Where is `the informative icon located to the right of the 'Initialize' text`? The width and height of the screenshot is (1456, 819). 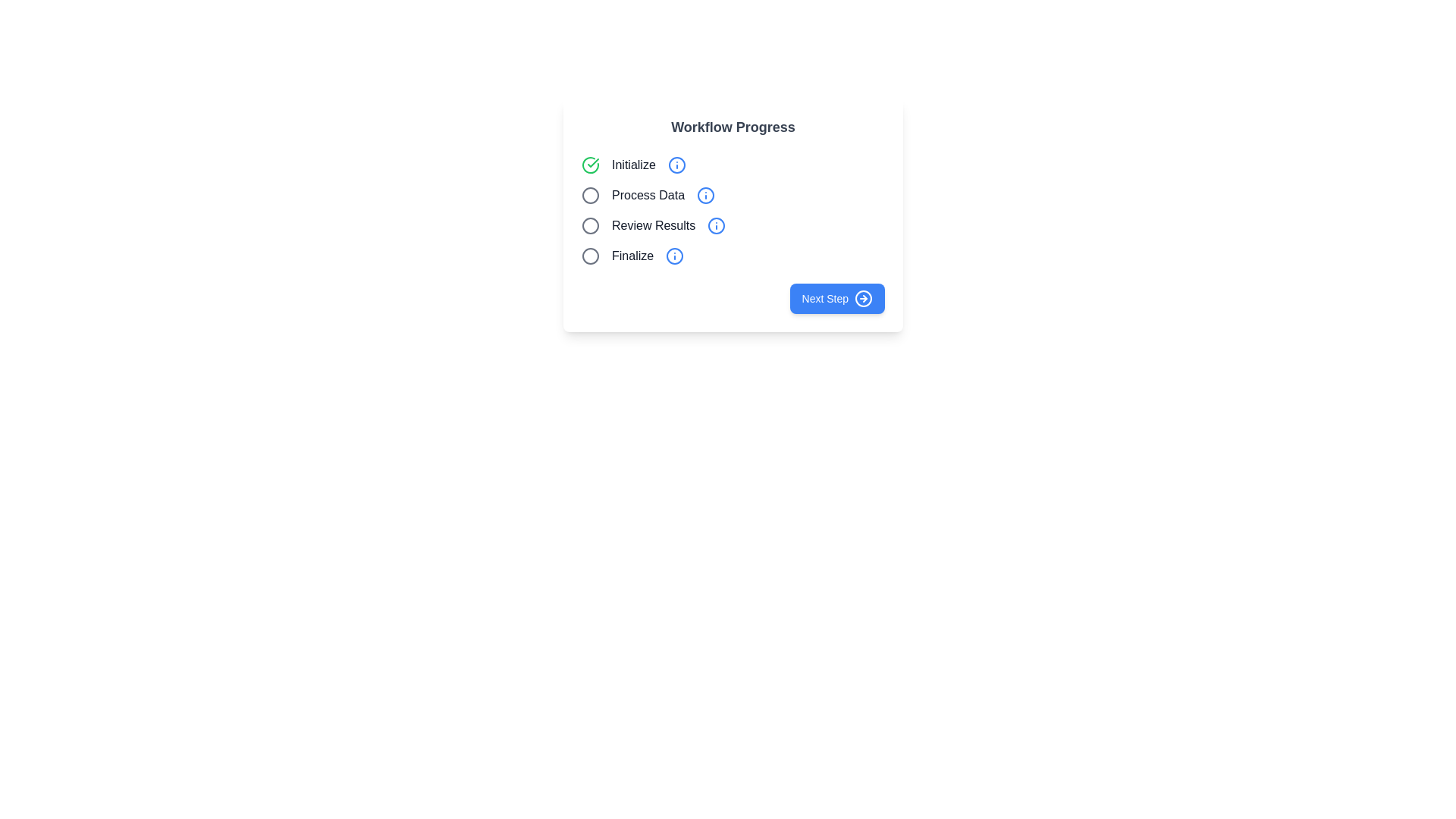 the informative icon located to the right of the 'Initialize' text is located at coordinates (676, 165).